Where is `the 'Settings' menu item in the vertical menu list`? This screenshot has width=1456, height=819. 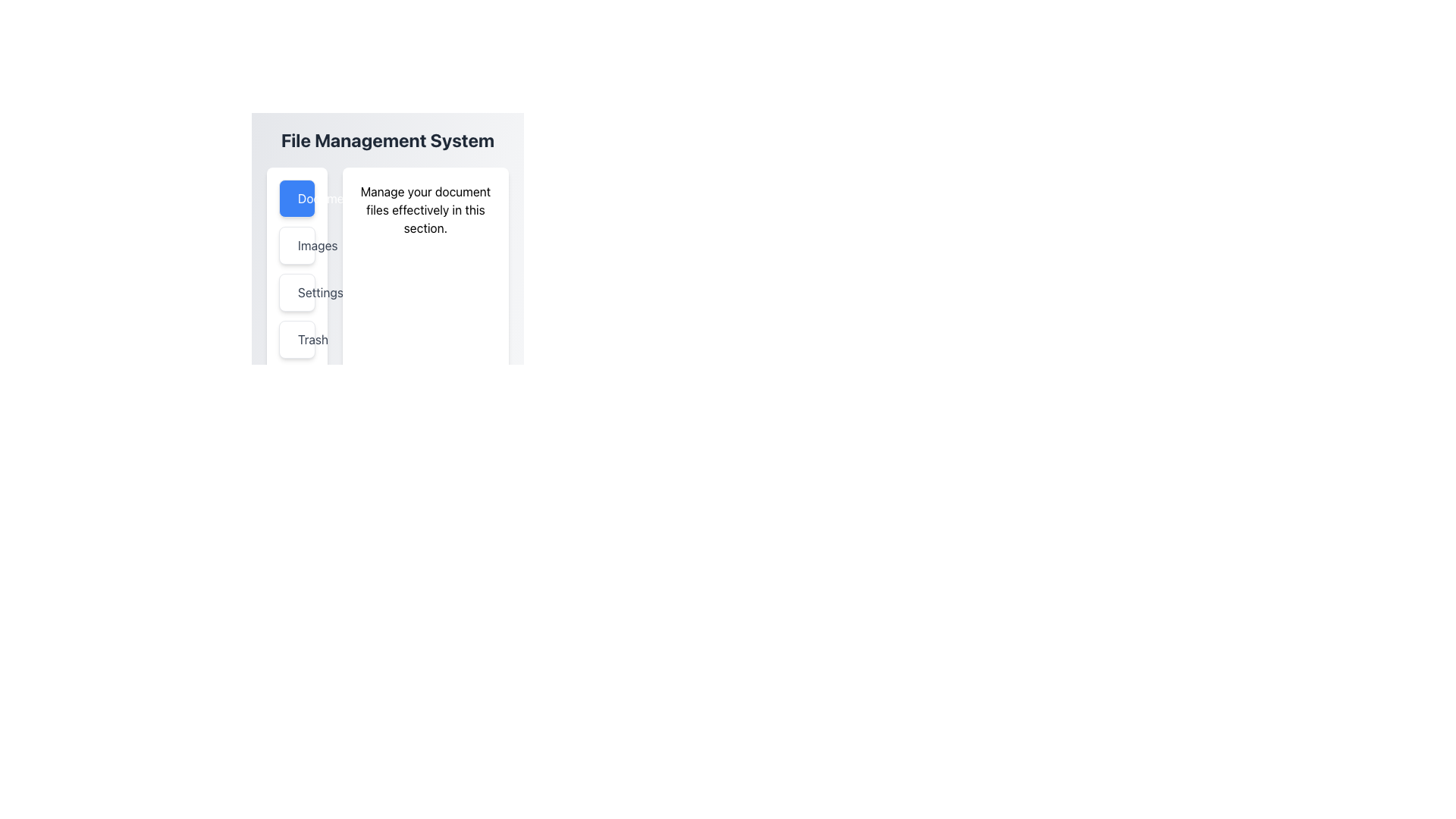 the 'Settings' menu item in the vertical menu list is located at coordinates (297, 268).